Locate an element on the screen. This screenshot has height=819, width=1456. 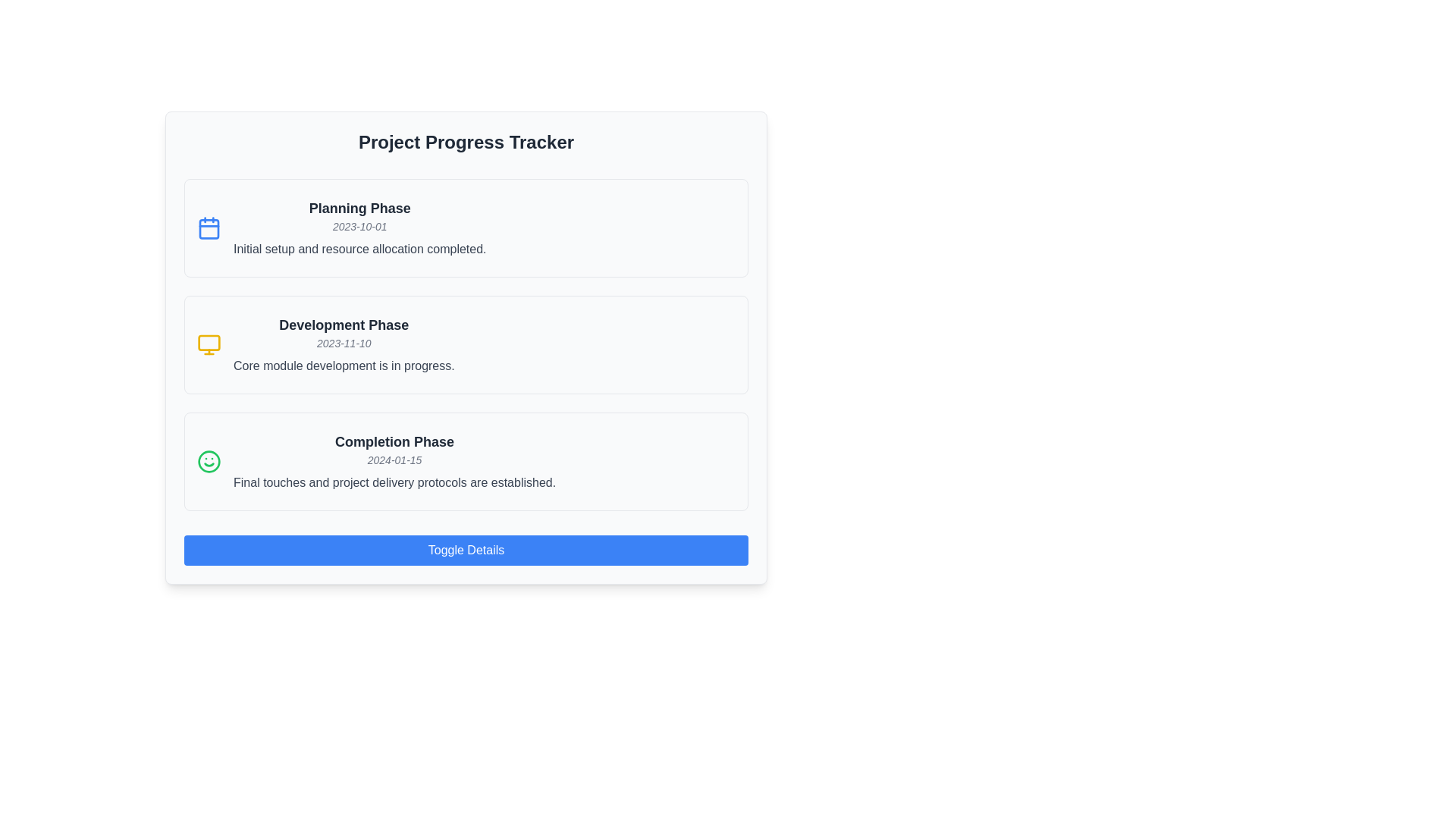
the Decorative SVG Shape that symbolizes a monitor in the 'Development Phase' section of the 'Project Progress Tracker' interface is located at coordinates (208, 342).